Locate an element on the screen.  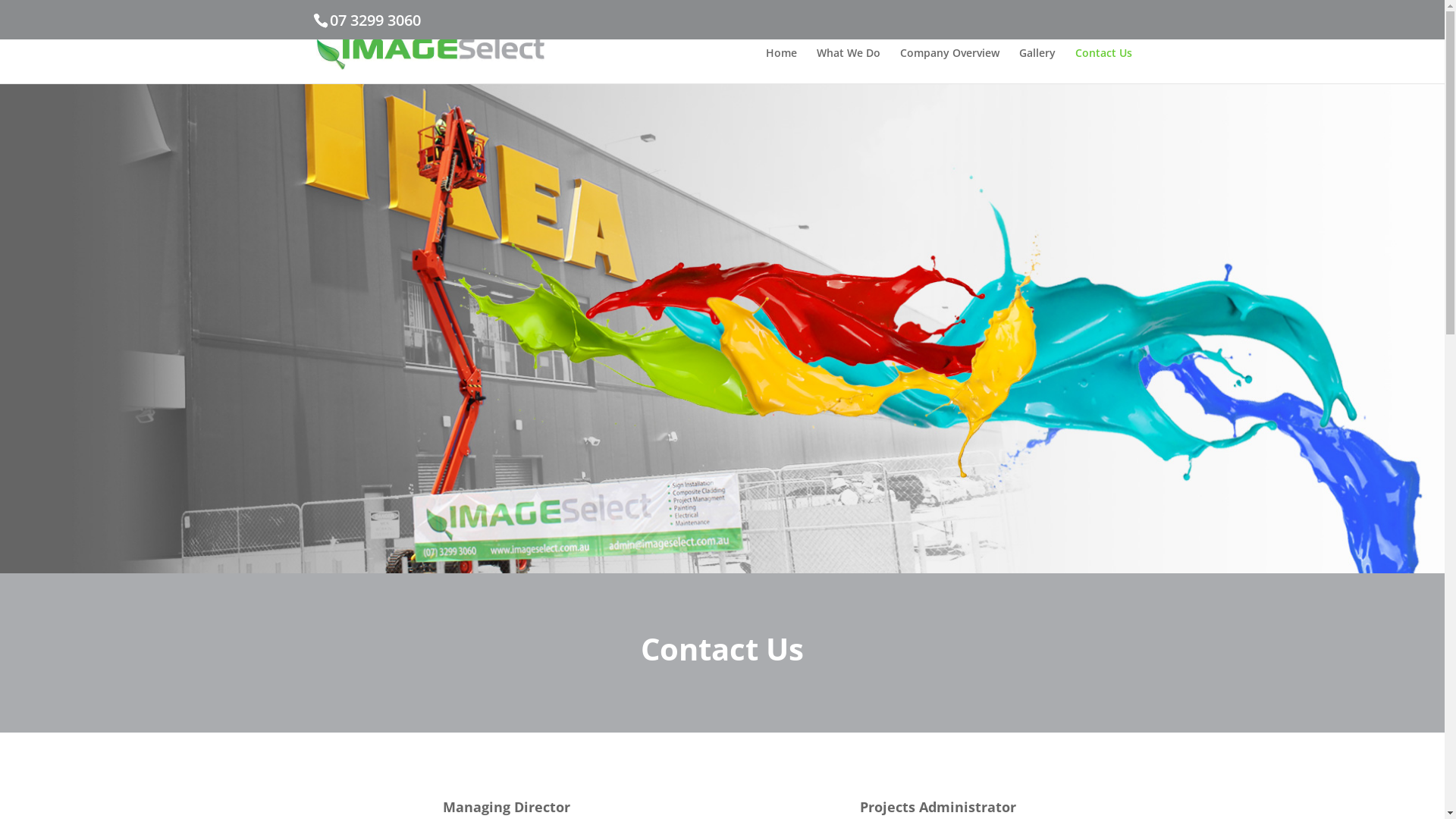
'Gallery' is located at coordinates (1037, 64).